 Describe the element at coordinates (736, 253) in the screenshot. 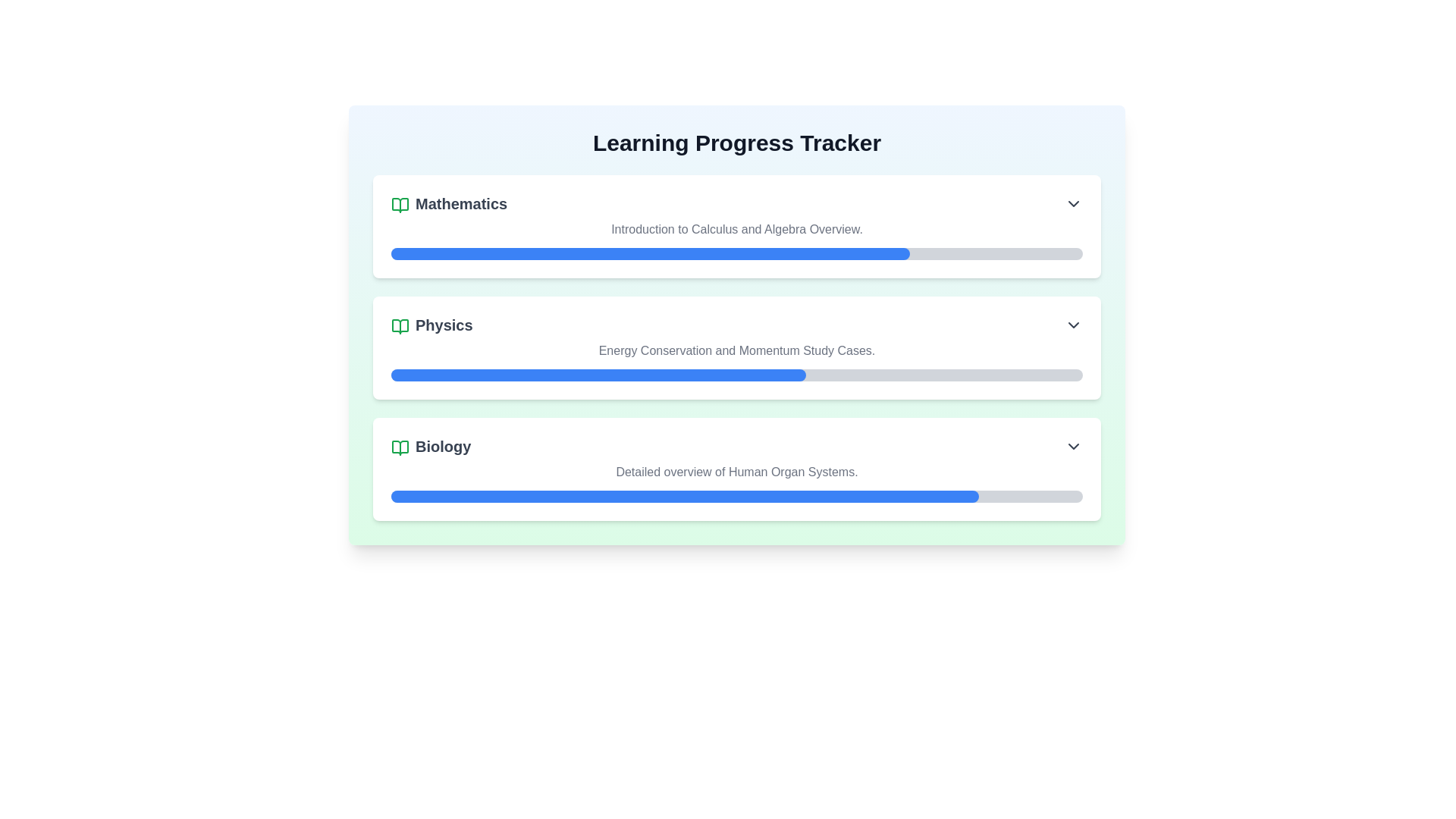

I see `the horizontal progress bar with a gray background and blue filled portion located in the Mathematics section below the text 'Introduction to Calculus and Algebra Overview.'` at that location.